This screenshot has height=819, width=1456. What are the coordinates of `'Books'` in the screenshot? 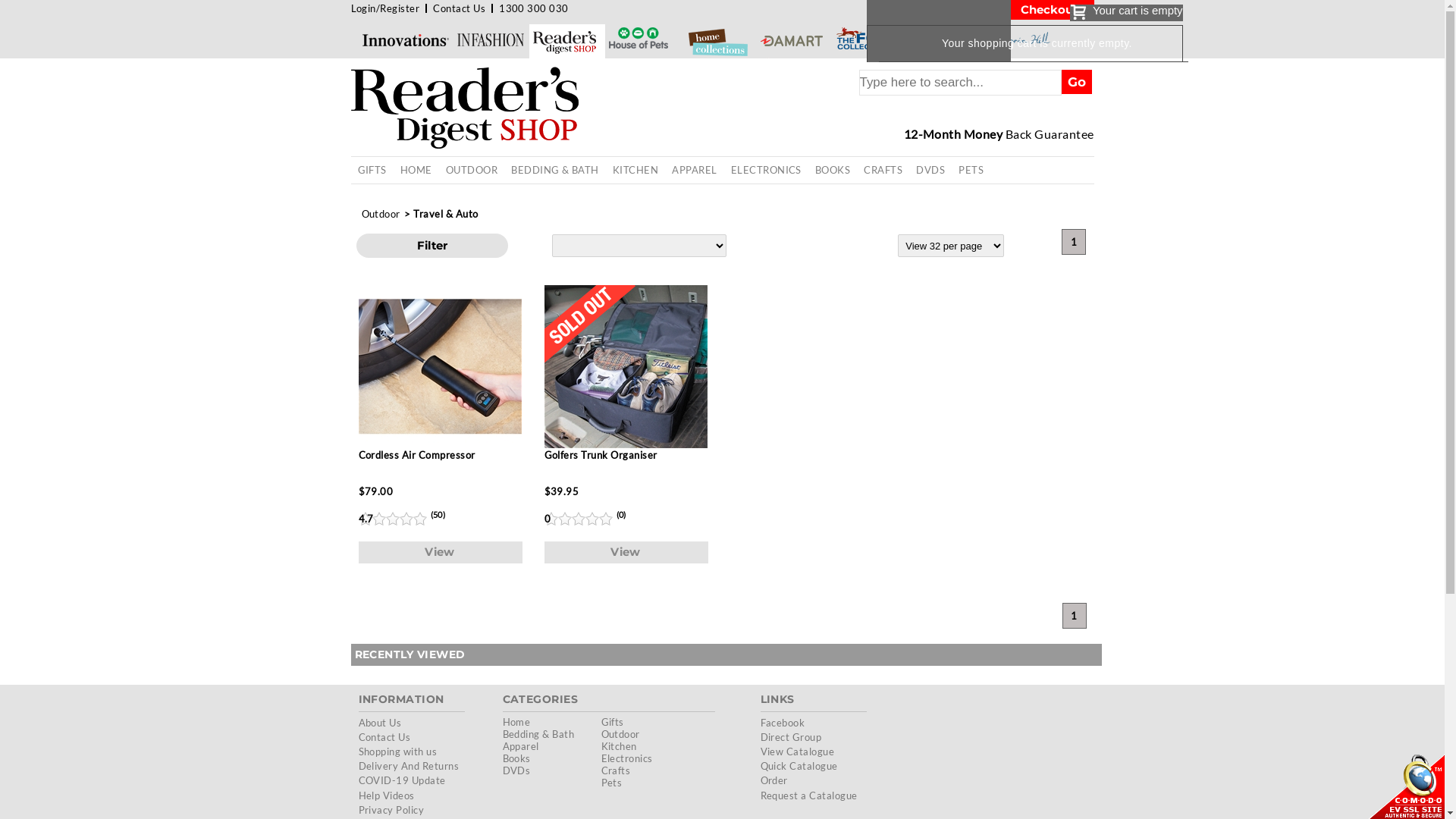 It's located at (516, 758).